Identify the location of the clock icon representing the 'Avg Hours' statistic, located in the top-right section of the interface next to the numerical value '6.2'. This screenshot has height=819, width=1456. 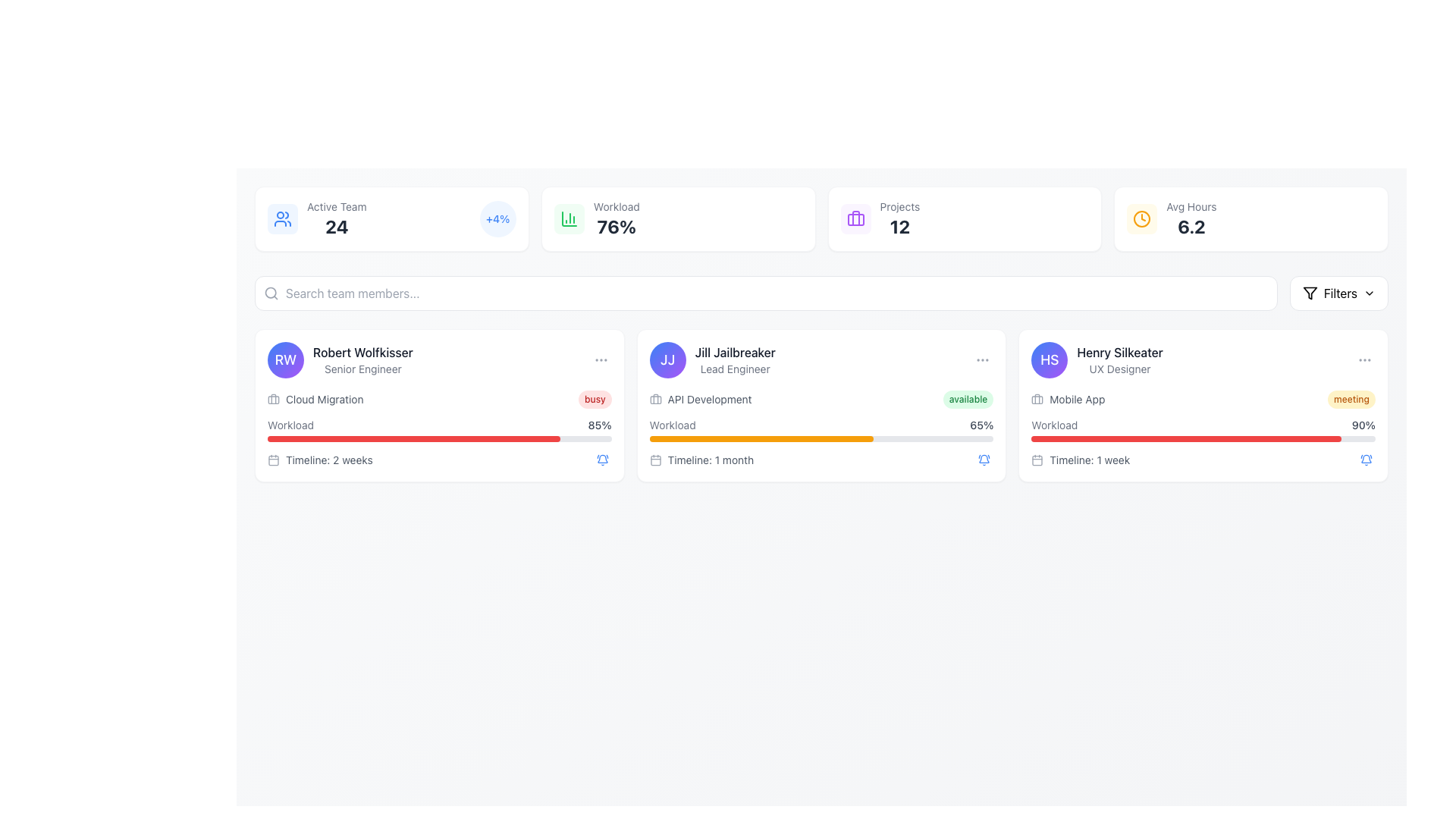
(1142, 219).